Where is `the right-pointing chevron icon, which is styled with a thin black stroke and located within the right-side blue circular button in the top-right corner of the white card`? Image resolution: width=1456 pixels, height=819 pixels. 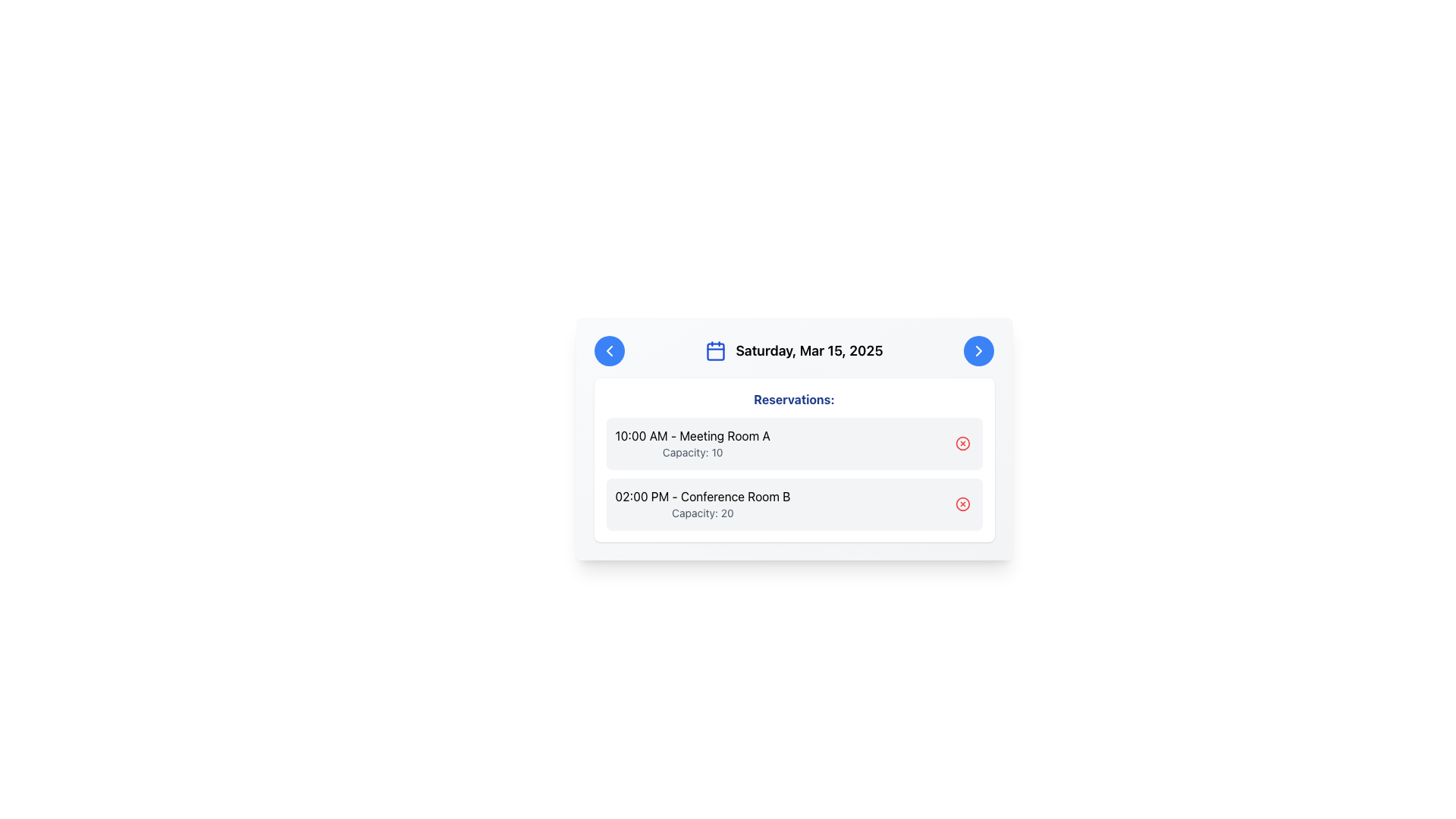 the right-pointing chevron icon, which is styled with a thin black stroke and located within the right-side blue circular button in the top-right corner of the white card is located at coordinates (979, 350).